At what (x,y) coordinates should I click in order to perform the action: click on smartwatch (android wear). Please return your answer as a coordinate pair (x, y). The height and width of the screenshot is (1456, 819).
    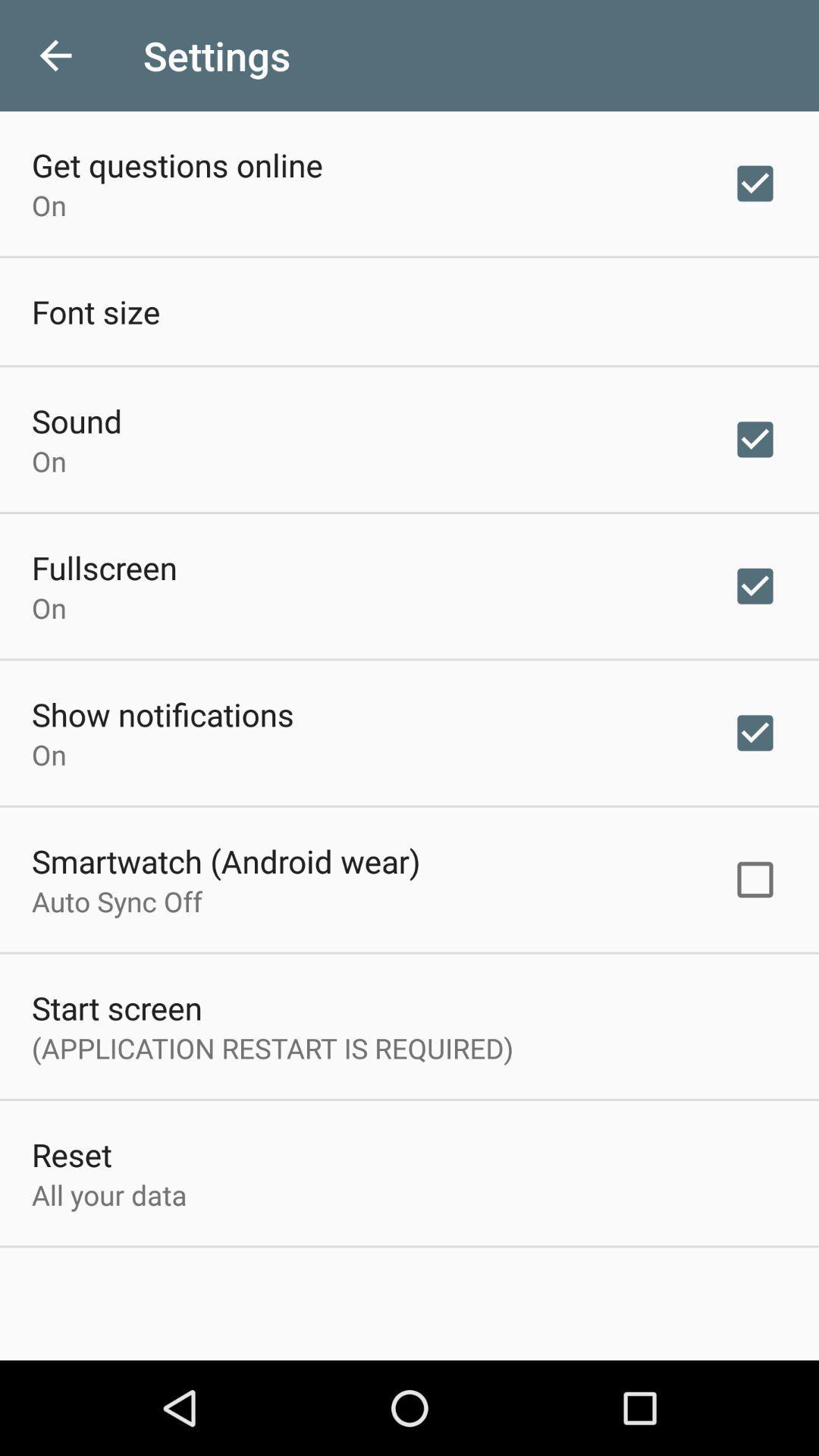
    Looking at the image, I should click on (226, 861).